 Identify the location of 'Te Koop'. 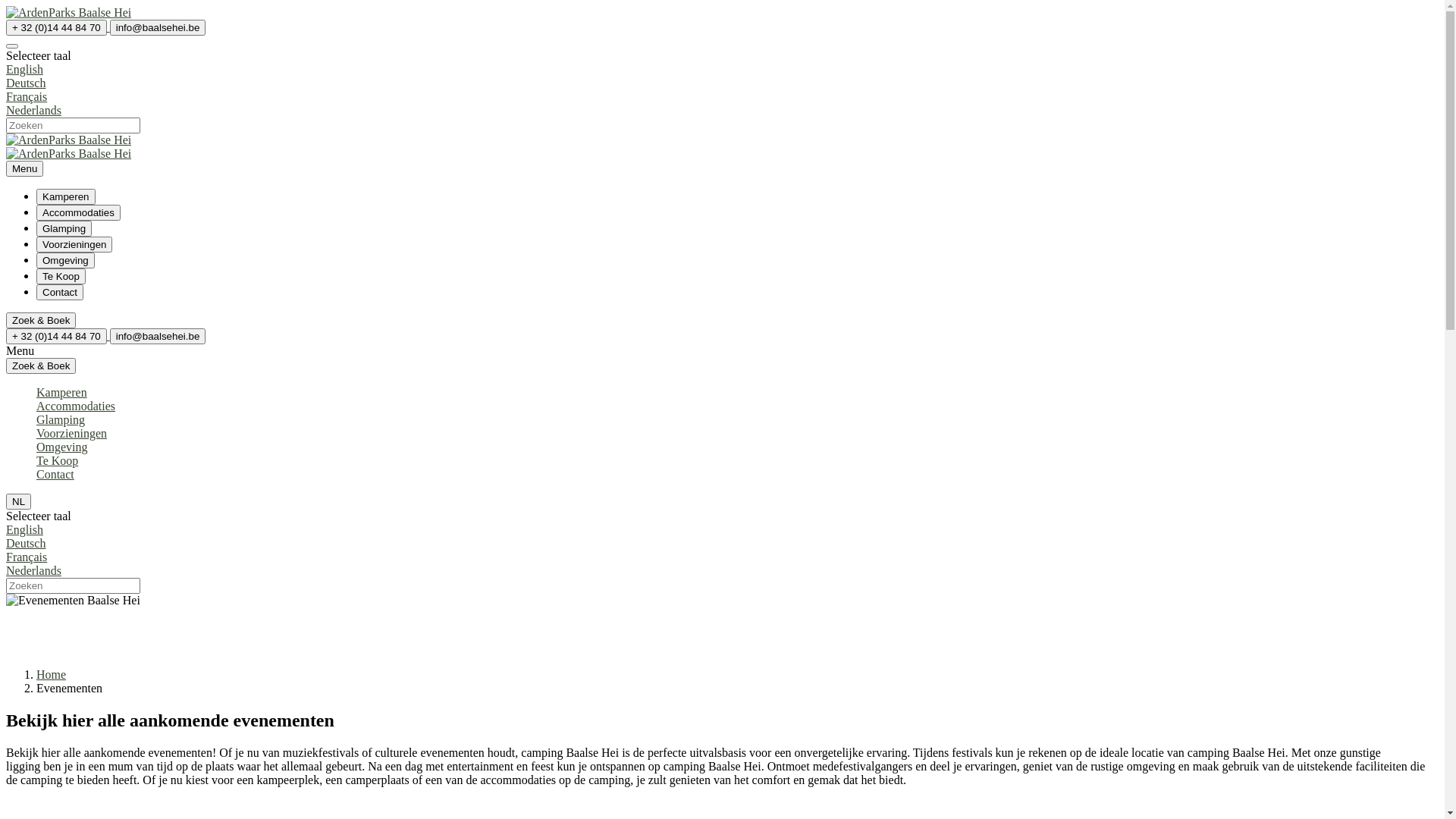
(57, 460).